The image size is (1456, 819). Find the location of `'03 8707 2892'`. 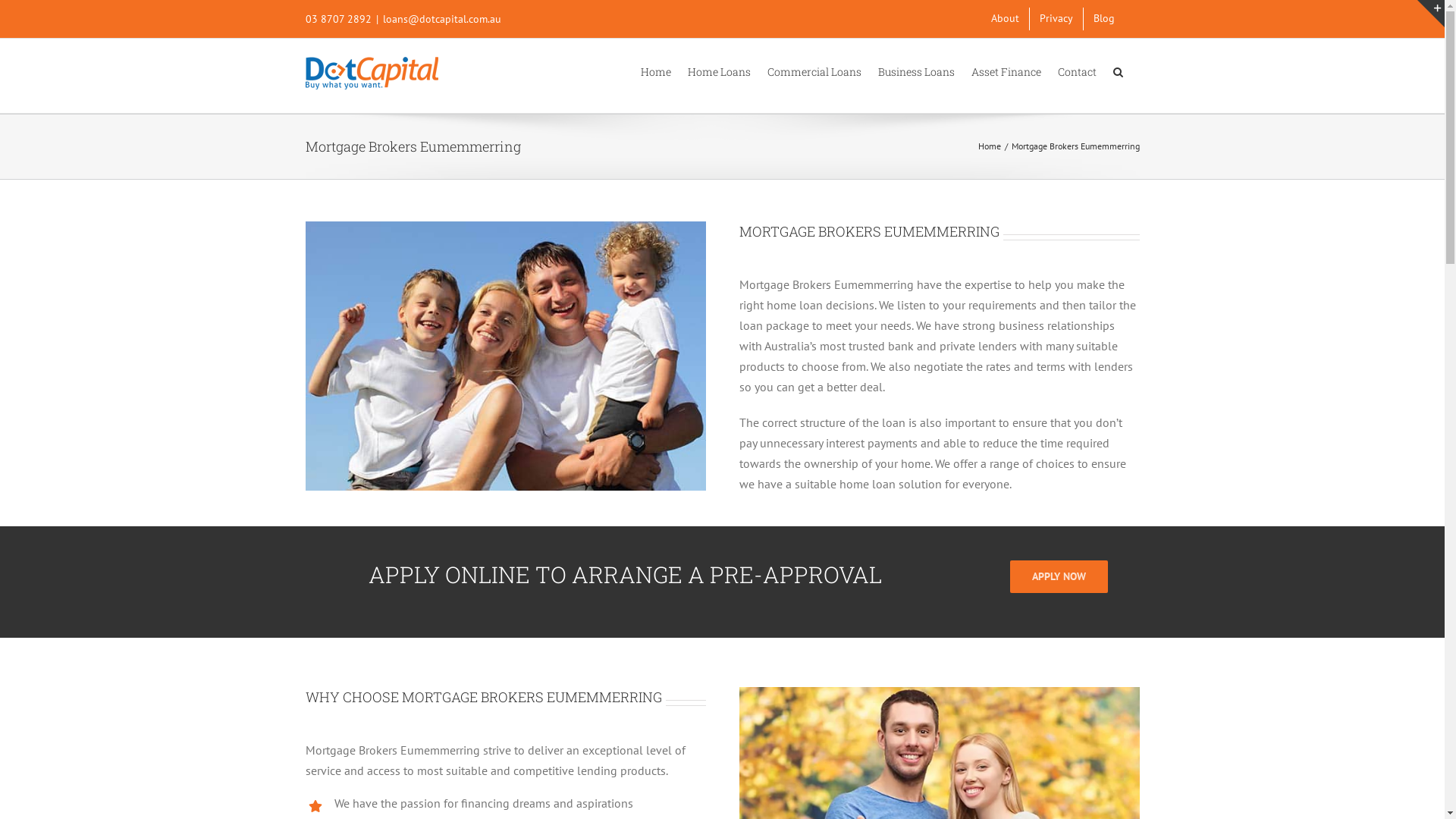

'03 8707 2892' is located at coordinates (337, 18).